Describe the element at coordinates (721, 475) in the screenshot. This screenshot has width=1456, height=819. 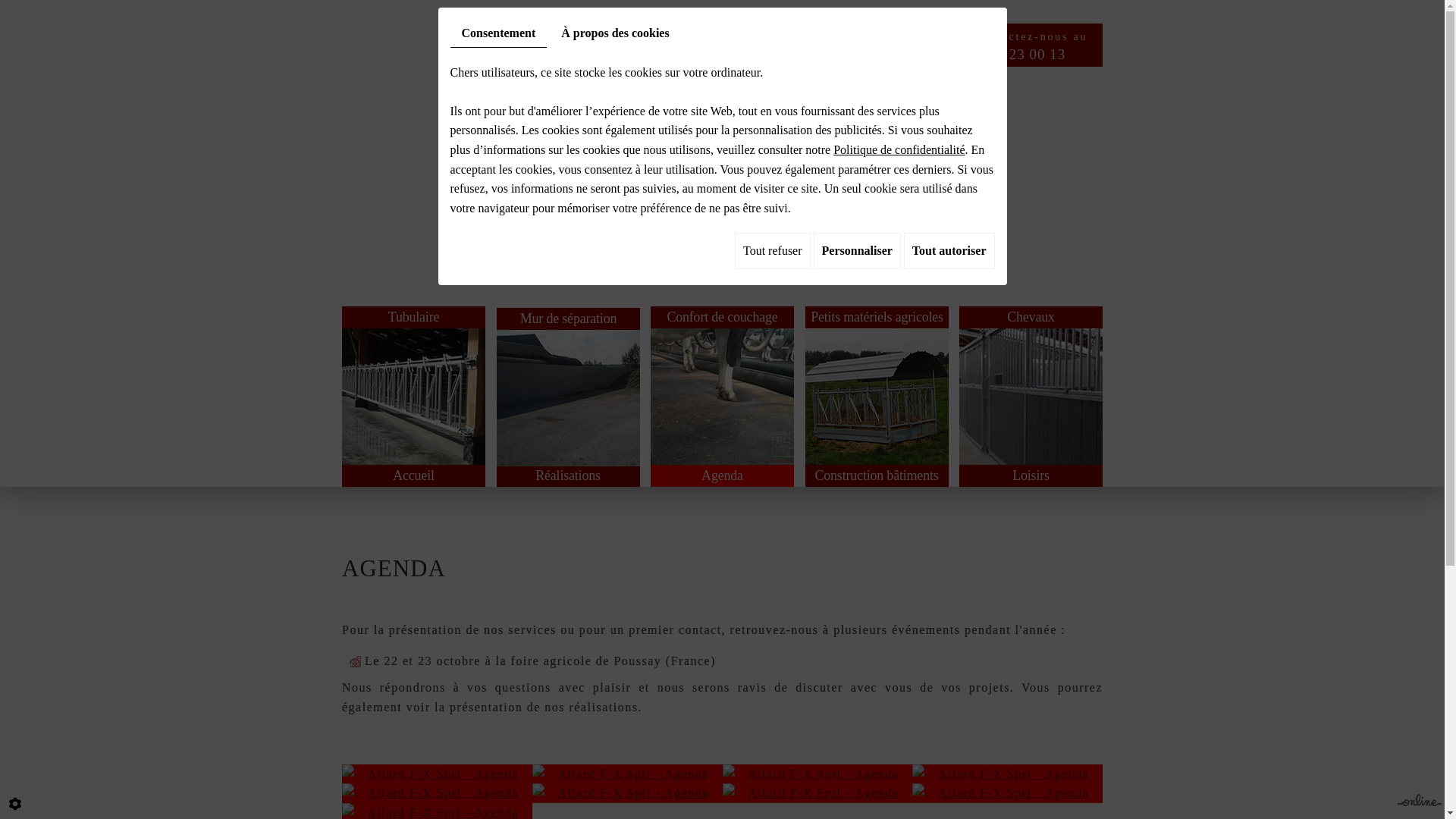
I see `'Agenda'` at that location.